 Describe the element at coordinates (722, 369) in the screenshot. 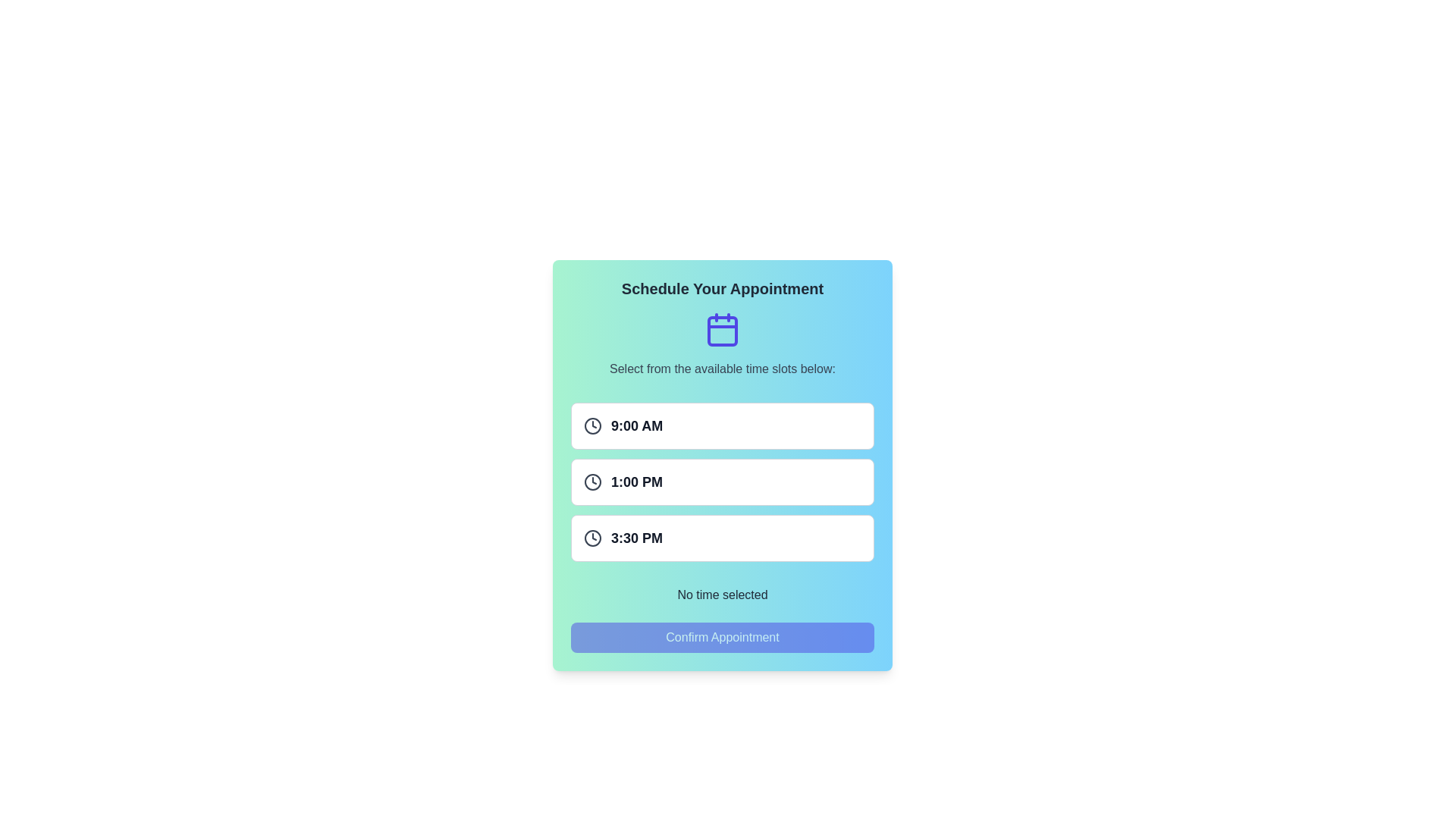

I see `the text label displaying 'Select from the available time slots below:' which is centered in the dialog box below the calendar icon` at that location.